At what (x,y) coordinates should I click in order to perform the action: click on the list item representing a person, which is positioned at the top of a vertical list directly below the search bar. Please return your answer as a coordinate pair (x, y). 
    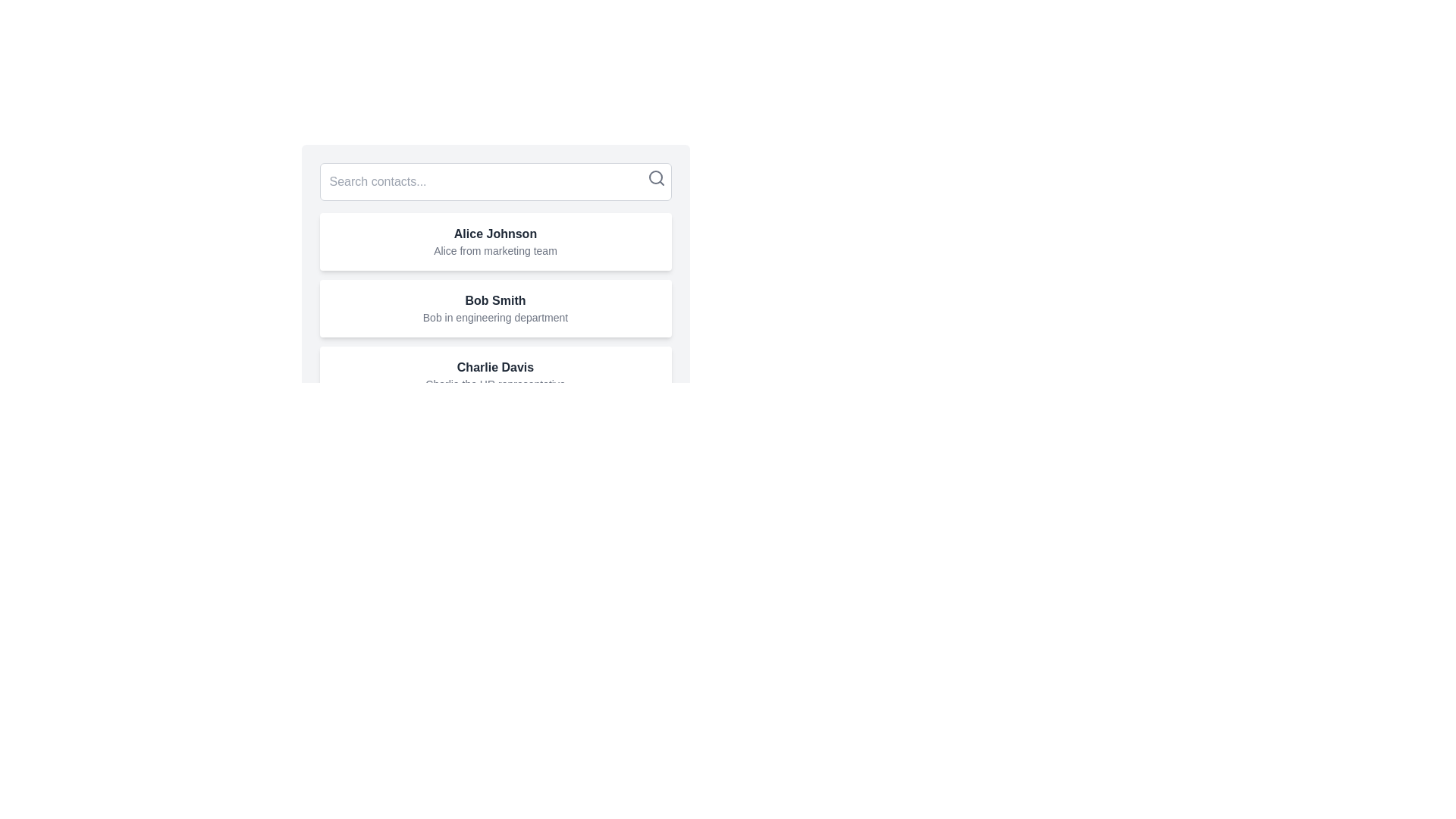
    Looking at the image, I should click on (495, 241).